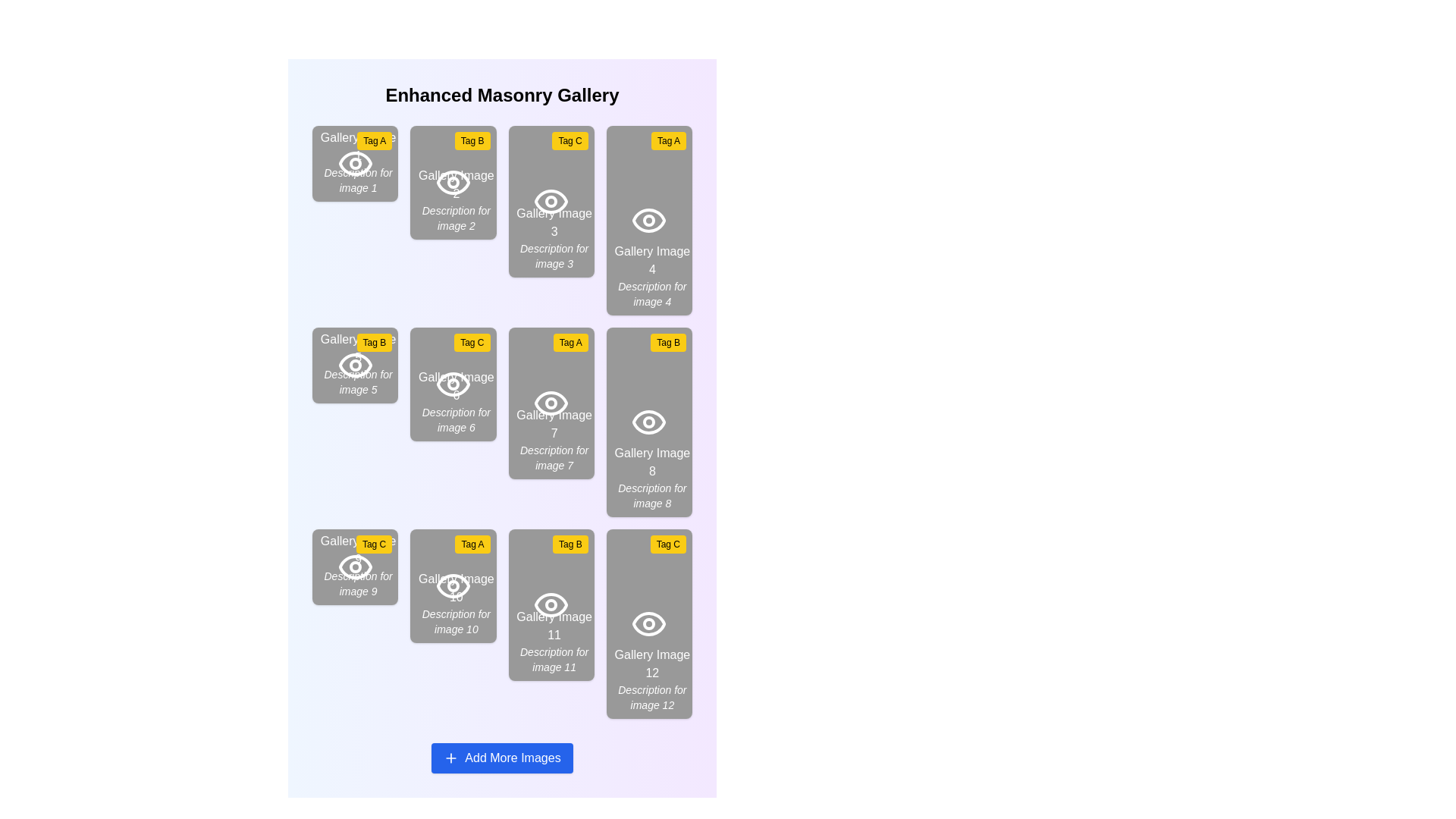  I want to click on the yellow rectangular tag labeled 'Tag A' located in the top-right corner of the 'Gallery Image 7' card, so click(570, 342).